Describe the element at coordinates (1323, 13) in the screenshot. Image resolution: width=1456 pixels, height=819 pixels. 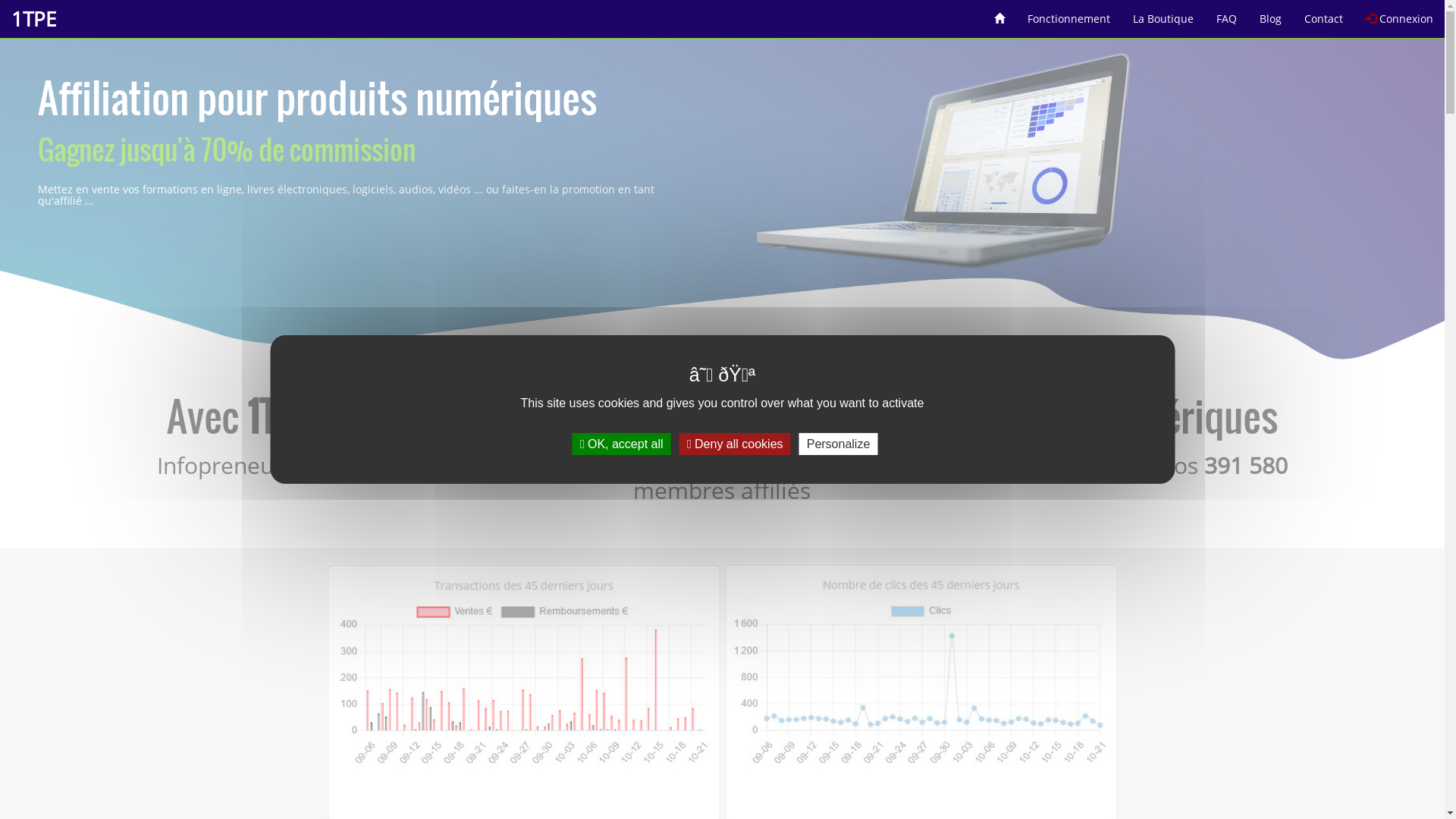
I see `'Contact'` at that location.